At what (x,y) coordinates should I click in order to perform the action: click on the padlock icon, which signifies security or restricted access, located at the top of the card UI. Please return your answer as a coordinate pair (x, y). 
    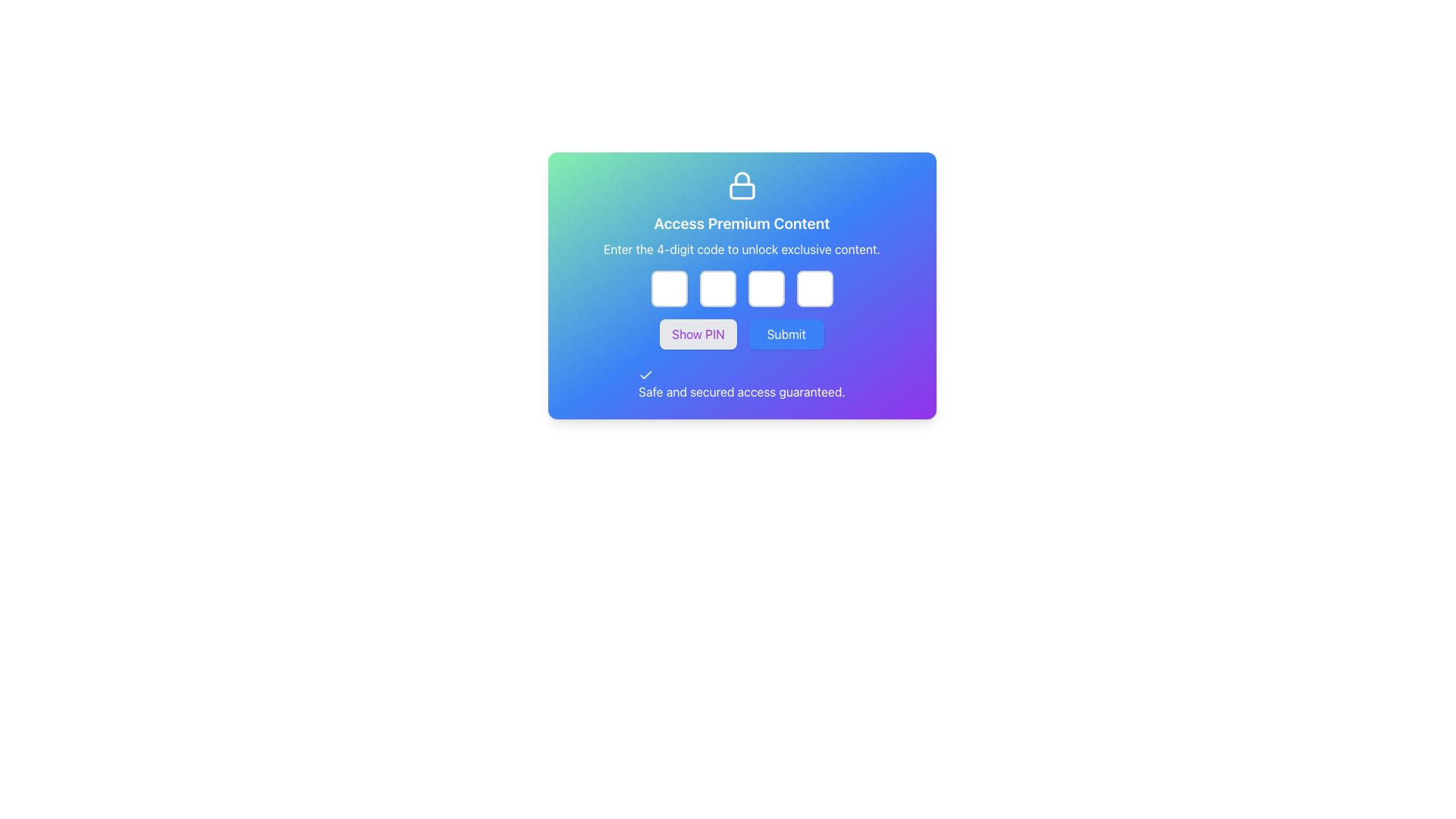
    Looking at the image, I should click on (742, 185).